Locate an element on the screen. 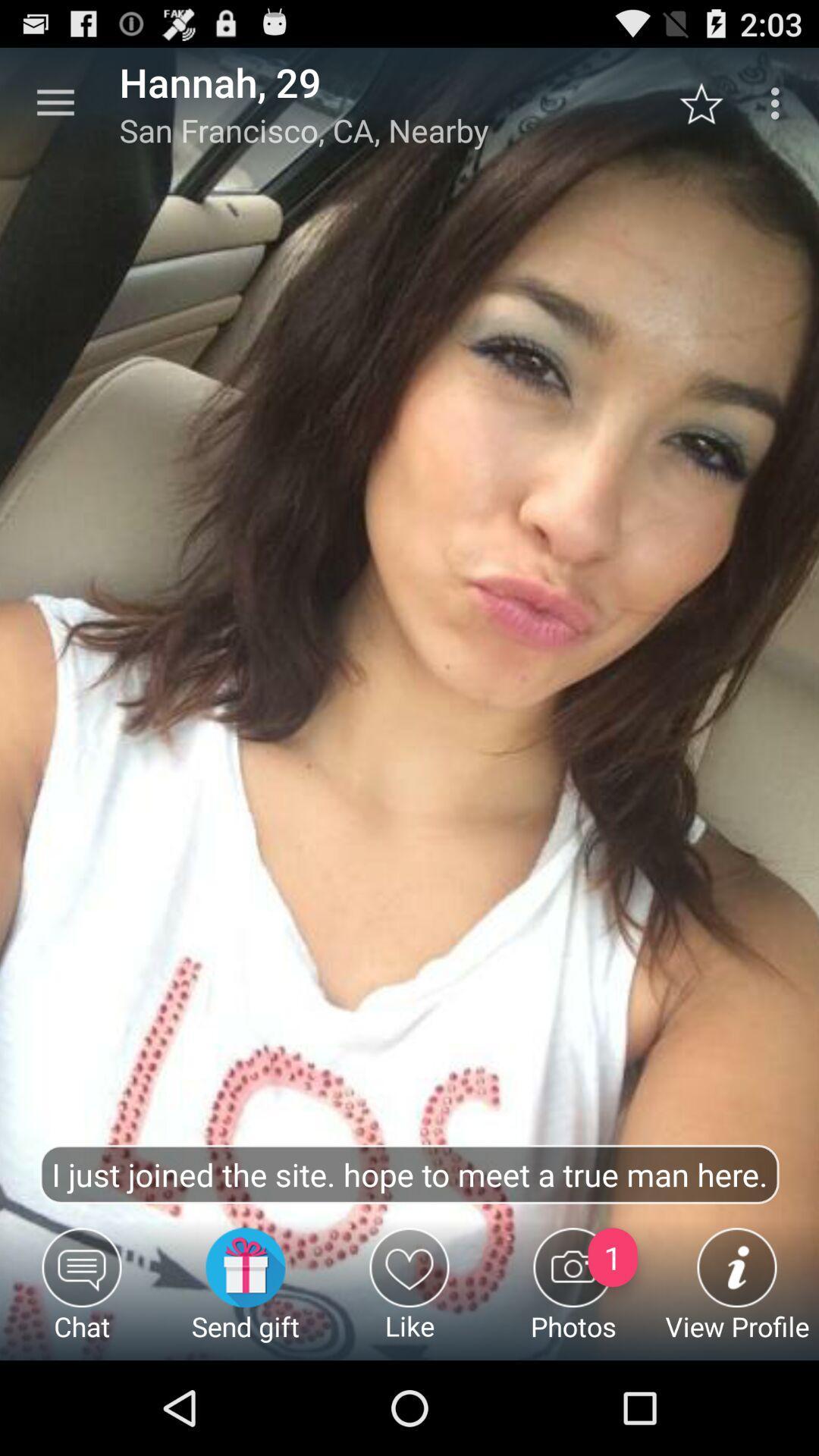 This screenshot has width=819, height=1456. send gift button is located at coordinates (245, 1293).